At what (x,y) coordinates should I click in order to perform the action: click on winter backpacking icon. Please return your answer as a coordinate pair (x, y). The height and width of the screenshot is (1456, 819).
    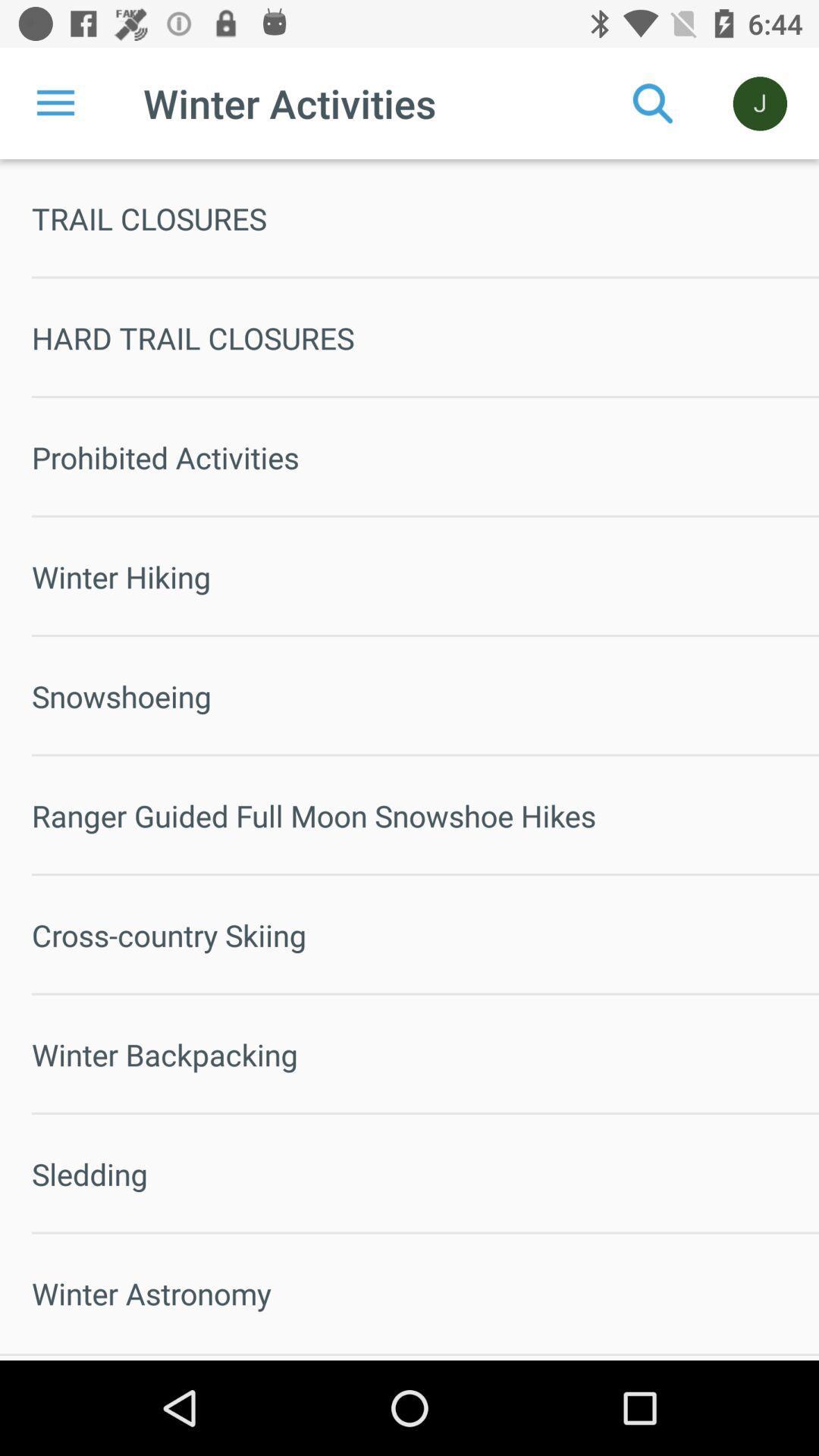
    Looking at the image, I should click on (425, 1053).